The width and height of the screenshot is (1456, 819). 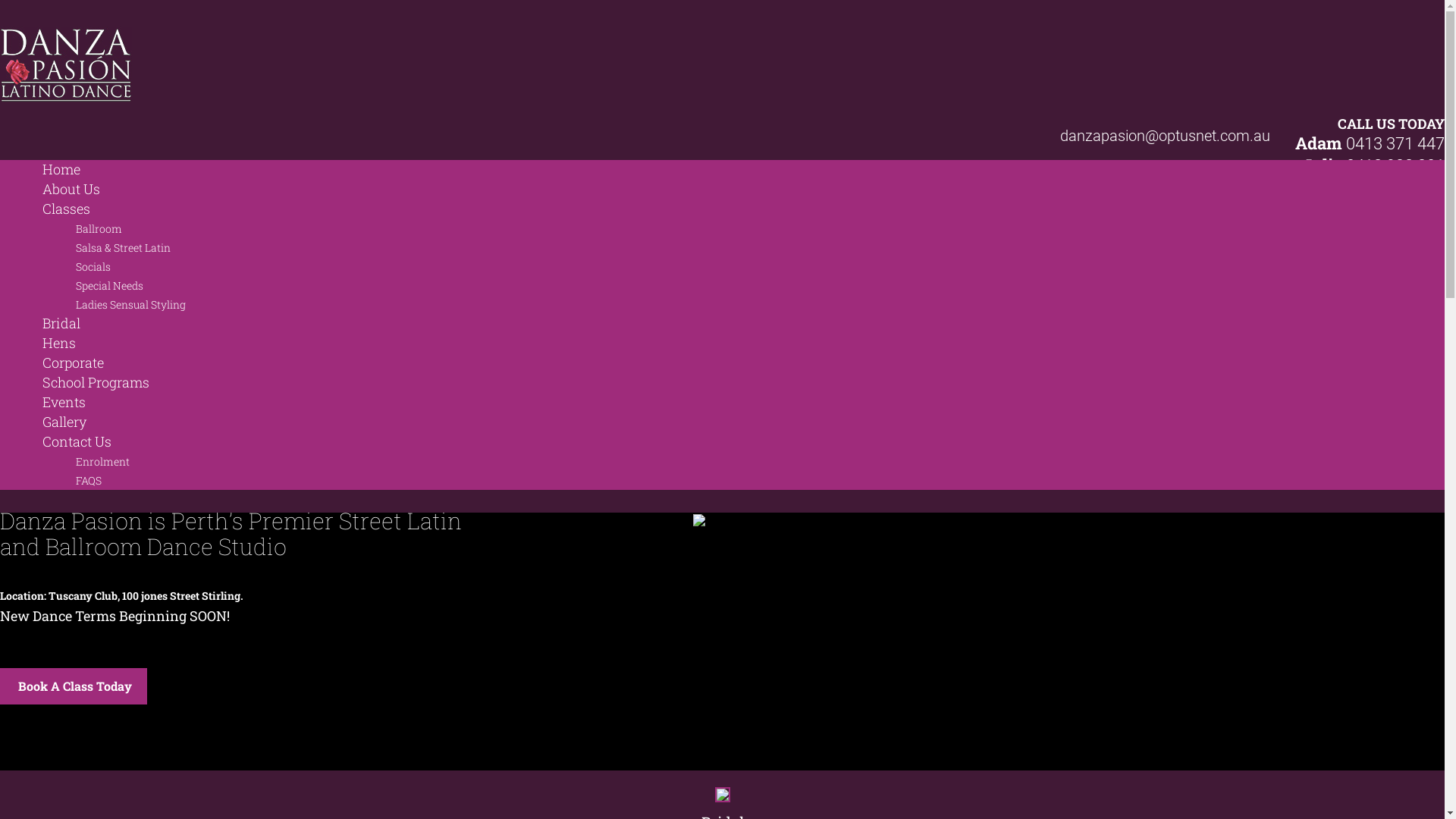 What do you see at coordinates (87, 480) in the screenshot?
I see `'FAQS'` at bounding box center [87, 480].